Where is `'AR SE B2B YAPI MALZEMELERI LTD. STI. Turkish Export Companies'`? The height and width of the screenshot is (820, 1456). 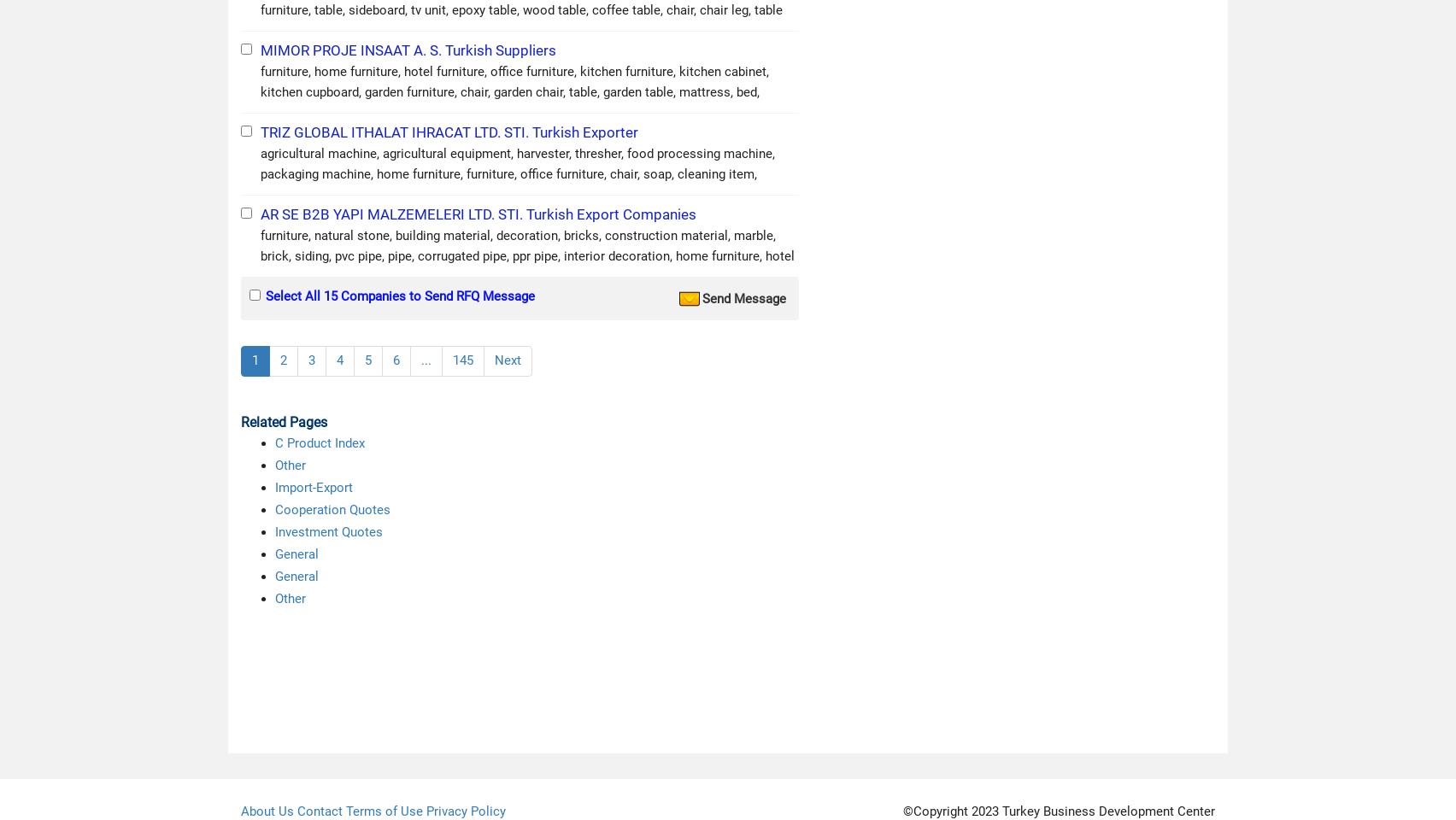
'AR SE B2B YAPI MALZEMELERI LTD. STI. Turkish Export Companies' is located at coordinates (478, 214).